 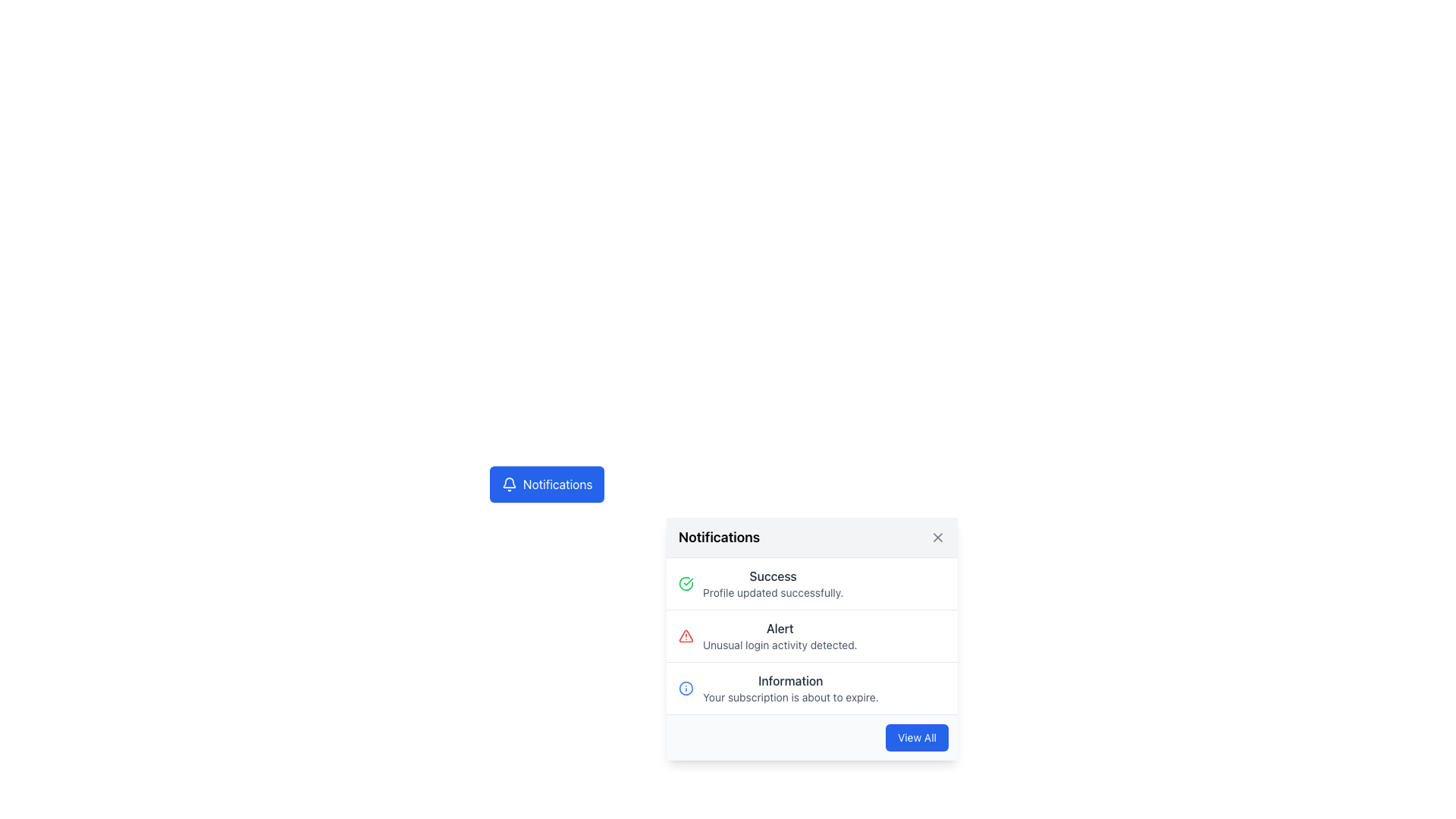 What do you see at coordinates (789, 698) in the screenshot?
I see `the informational message regarding subscription status located within the notification block below the 'Information' label in the modal` at bounding box center [789, 698].